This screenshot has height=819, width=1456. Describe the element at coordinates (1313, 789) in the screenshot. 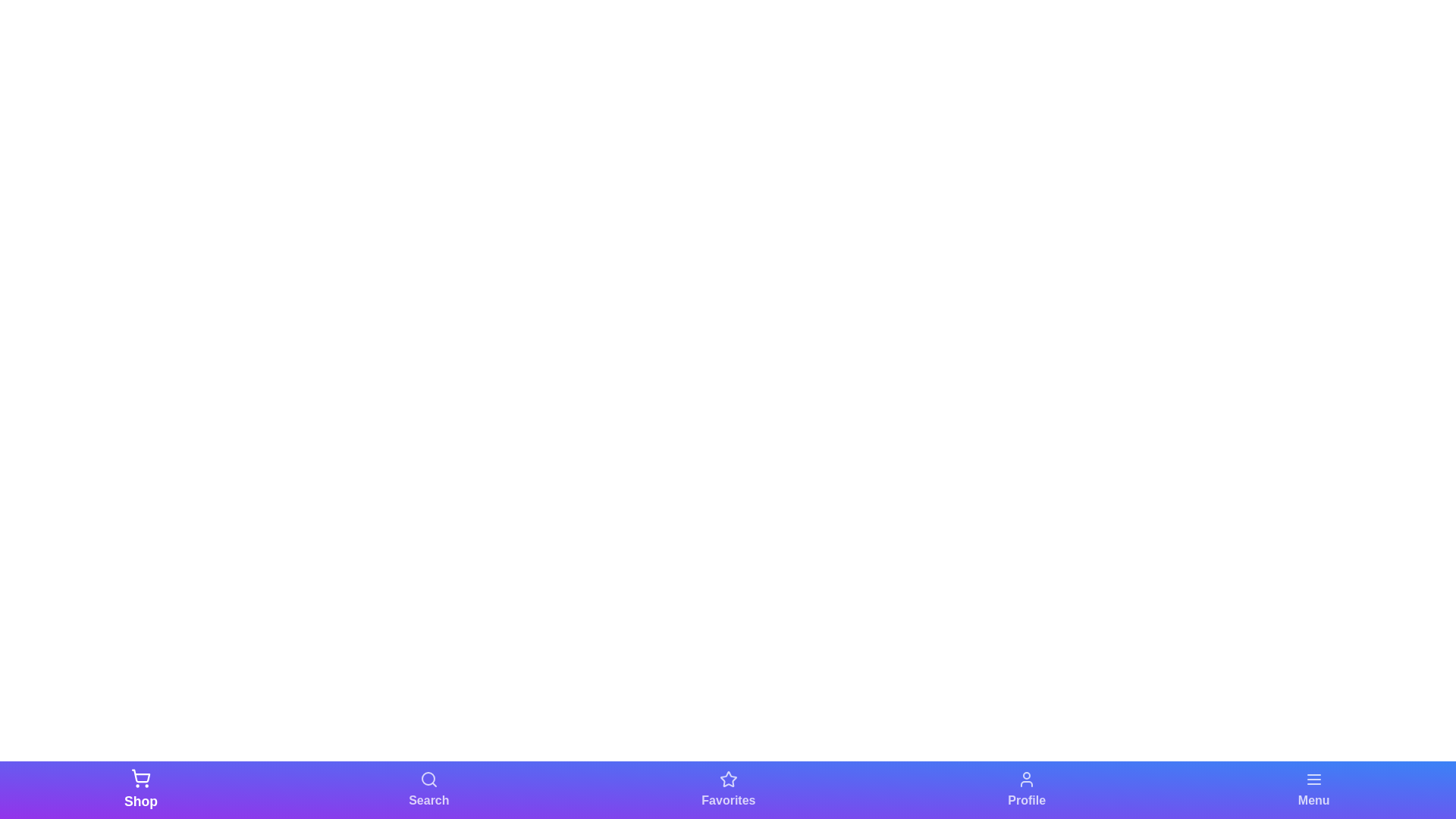

I see `the navigation bar icon corresponding to Menu` at that location.